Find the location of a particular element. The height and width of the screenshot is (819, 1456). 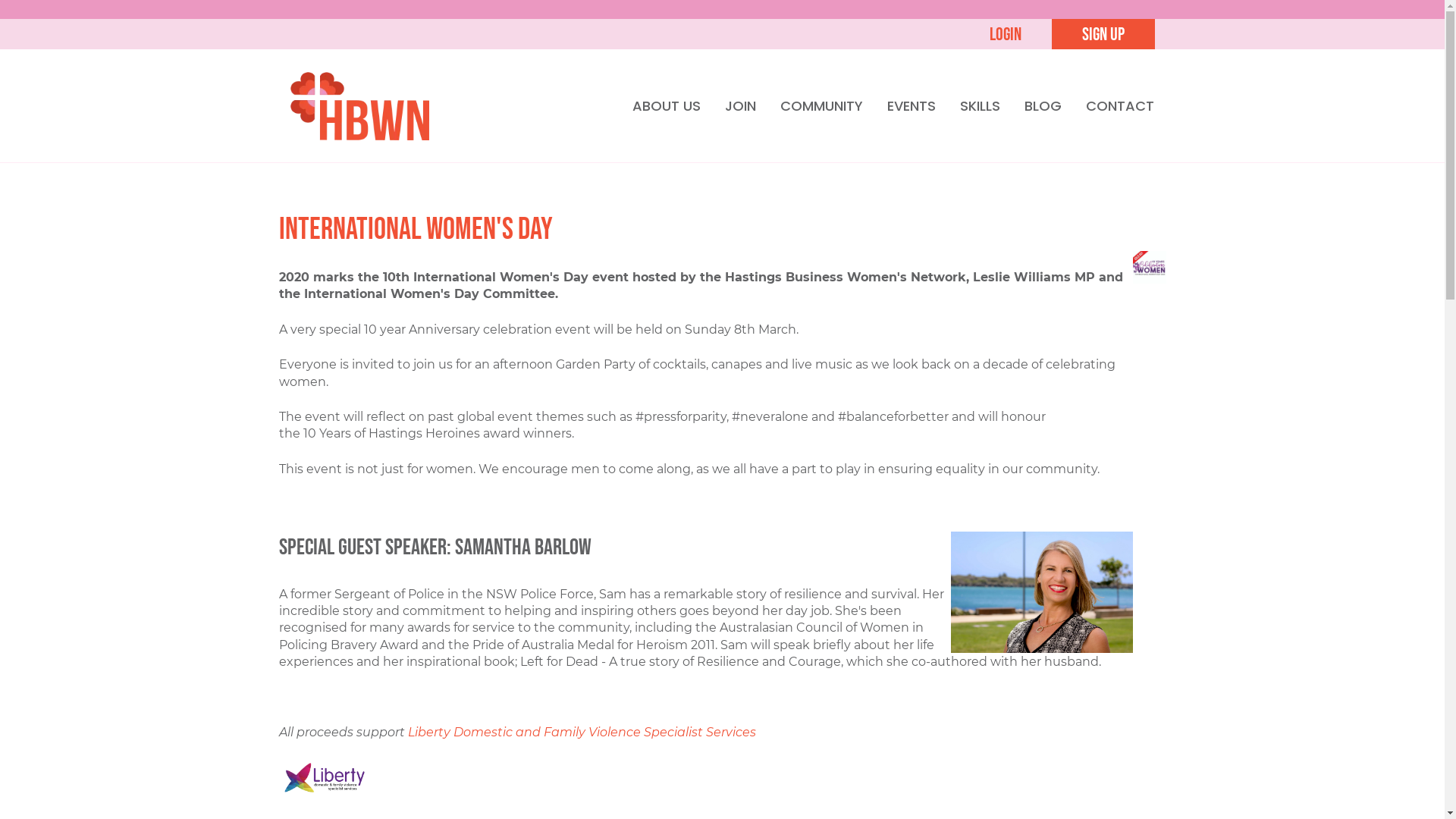

'EVENTS' is located at coordinates (910, 105).